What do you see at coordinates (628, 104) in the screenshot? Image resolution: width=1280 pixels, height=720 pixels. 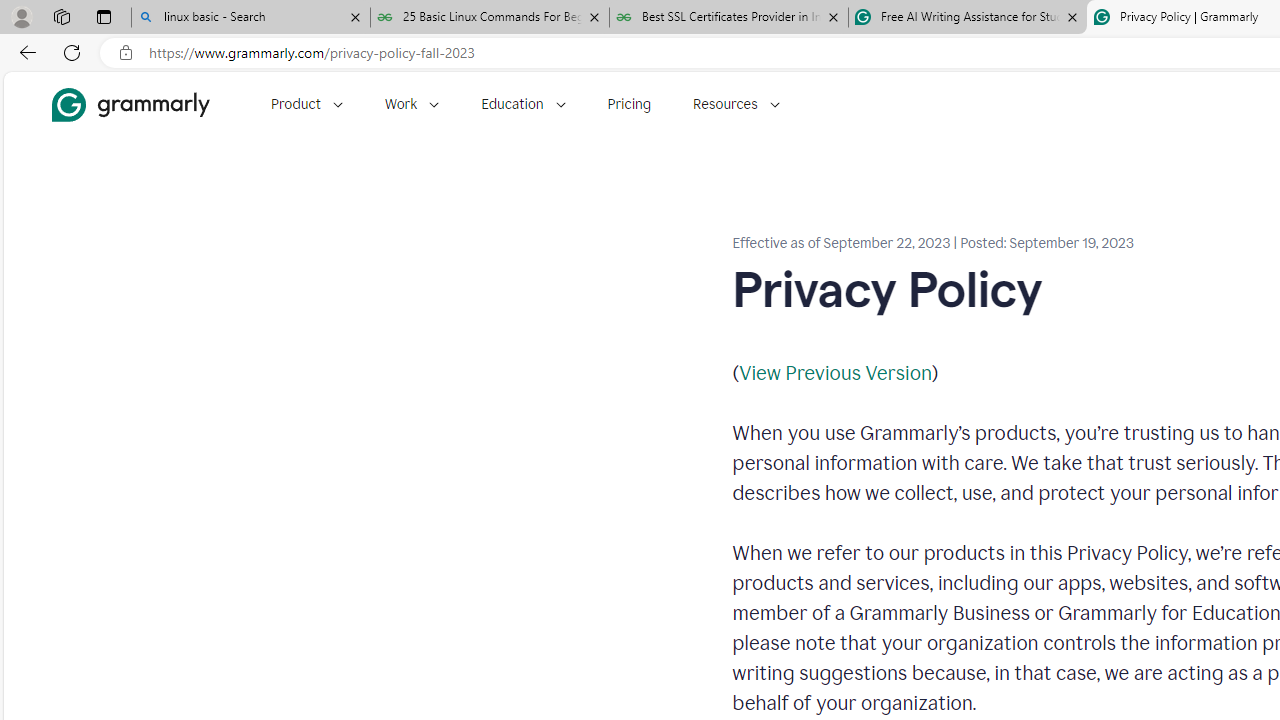 I see `'Pricing'` at bounding box center [628, 104].